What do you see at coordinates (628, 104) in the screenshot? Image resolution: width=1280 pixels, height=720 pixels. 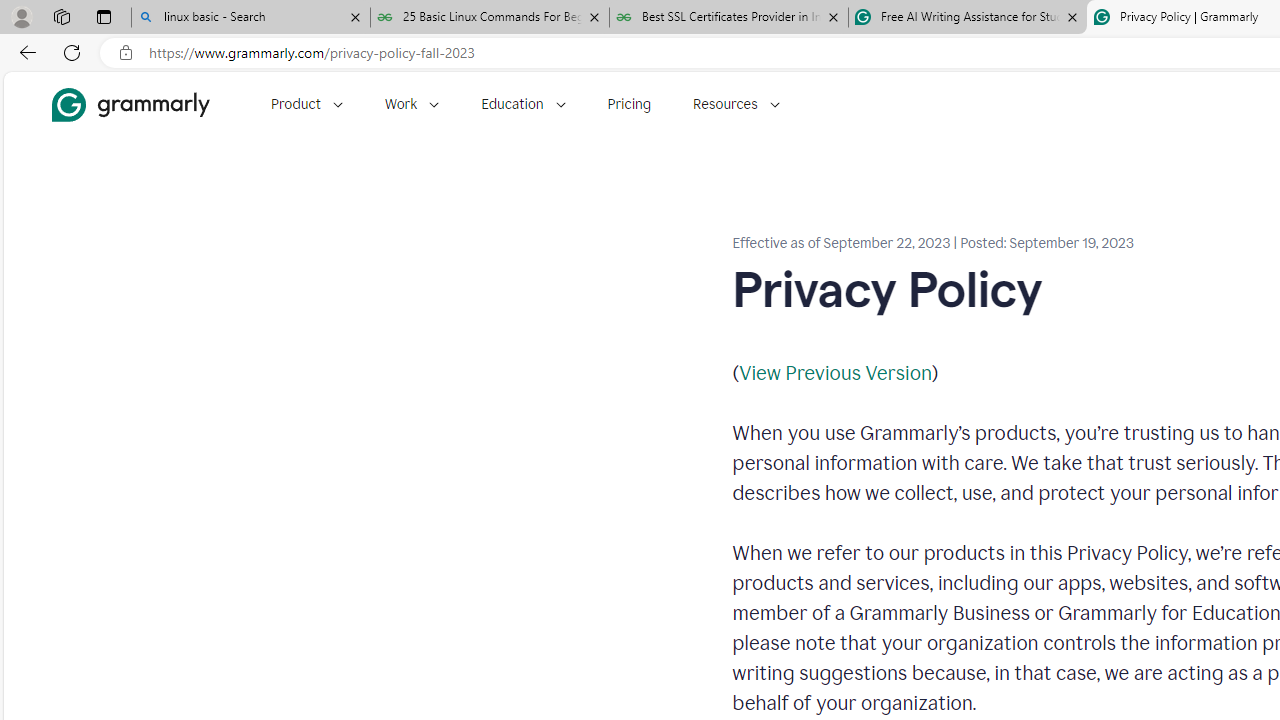 I see `'Pricing'` at bounding box center [628, 104].